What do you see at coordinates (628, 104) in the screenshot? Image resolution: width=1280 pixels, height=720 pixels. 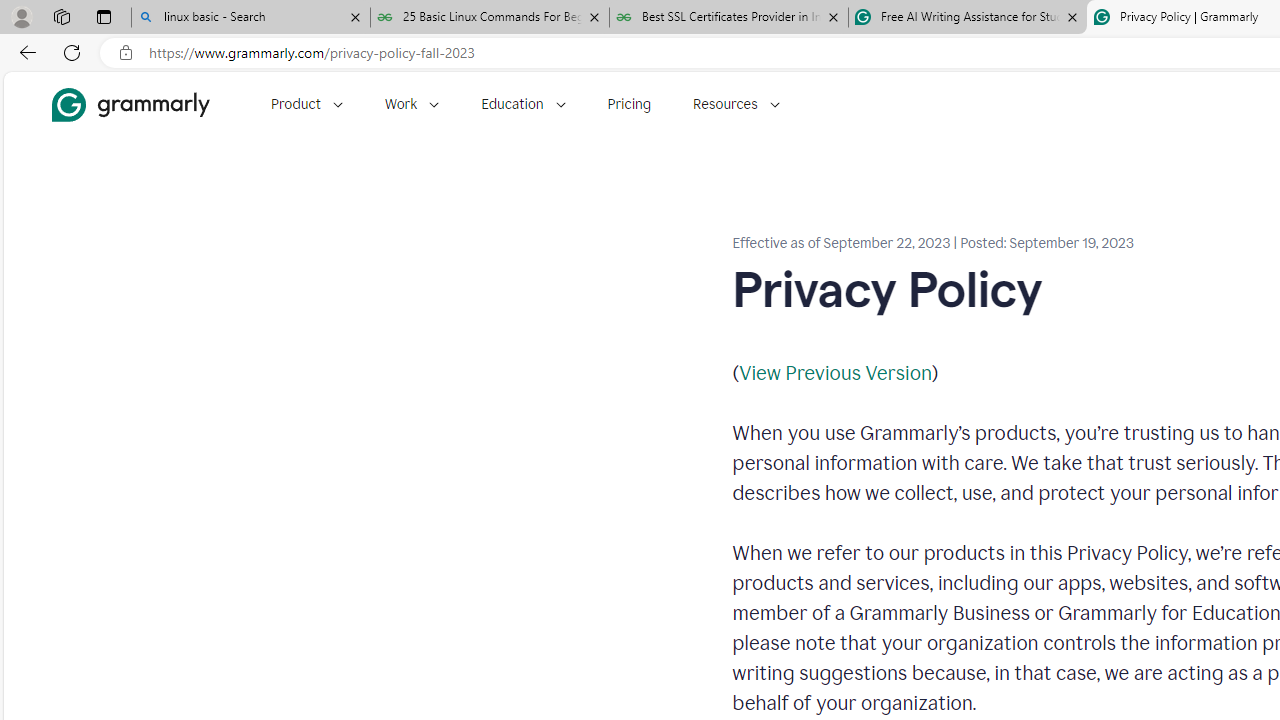 I see `'Pricing'` at bounding box center [628, 104].